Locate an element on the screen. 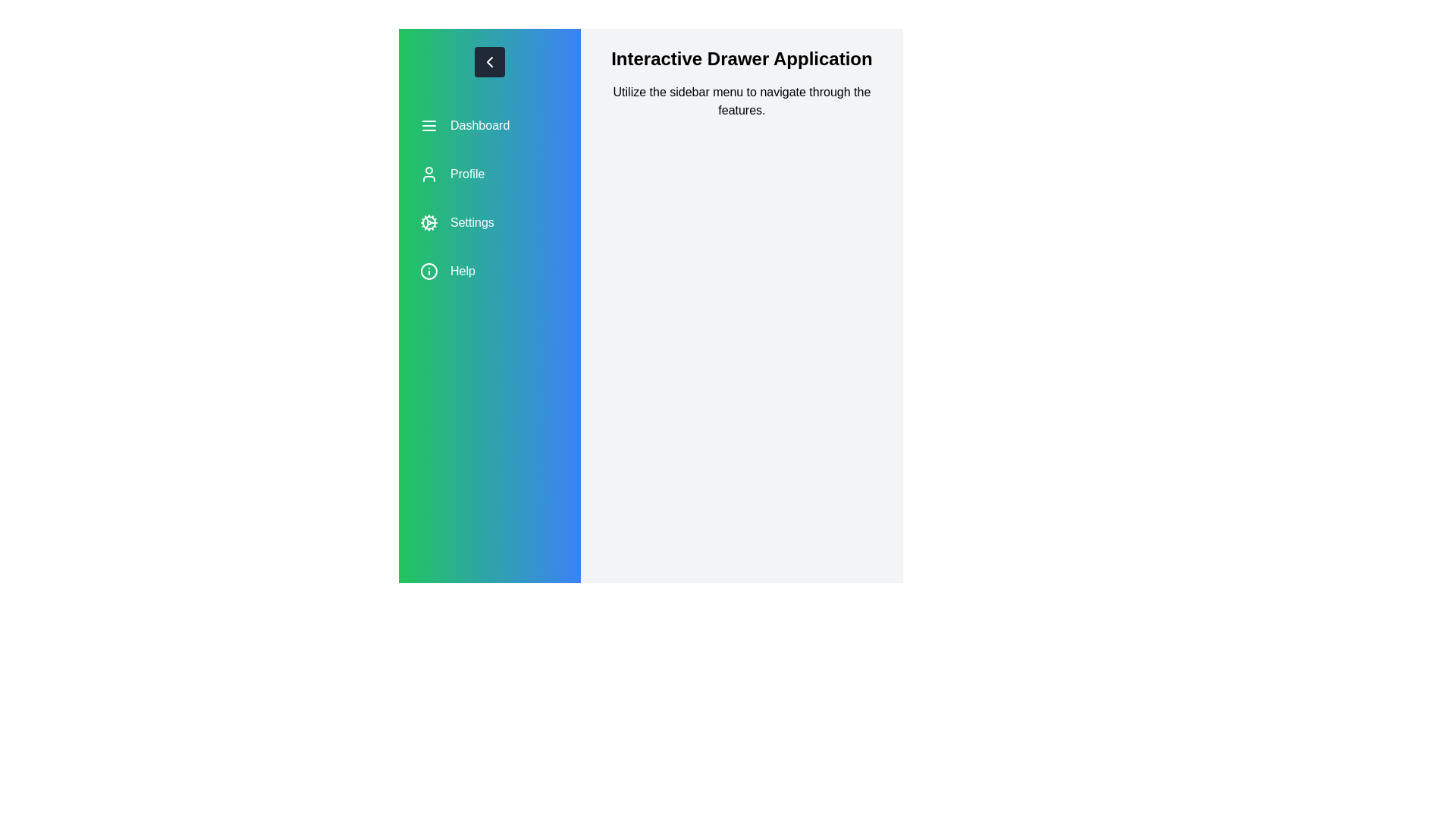  the menu option Settings to see its hover effect is located at coordinates (489, 222).